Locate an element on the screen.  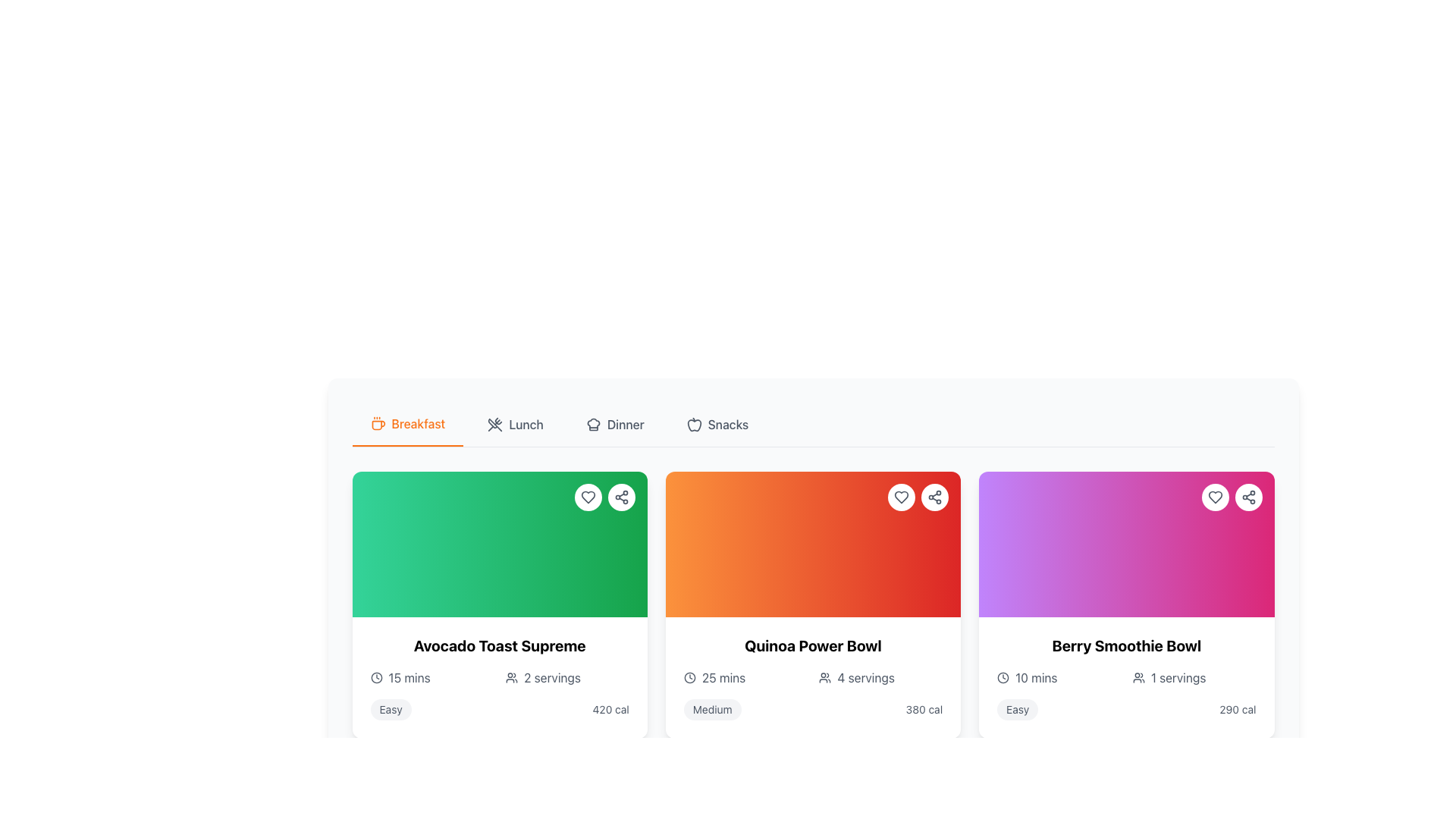
the text label that displays the title of the recipe or food item for additional details is located at coordinates (812, 646).